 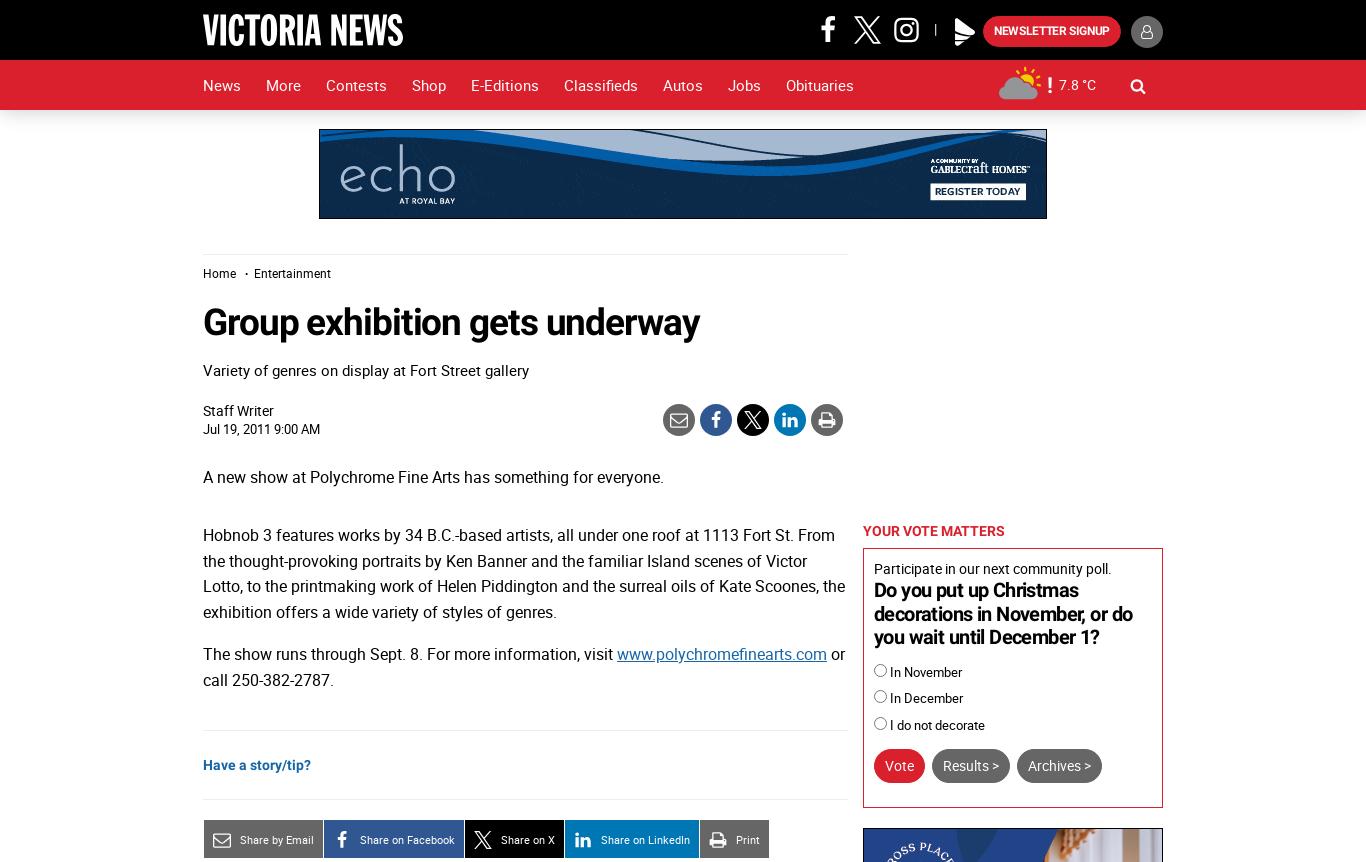 I want to click on 'Classifieds', so click(x=564, y=83).